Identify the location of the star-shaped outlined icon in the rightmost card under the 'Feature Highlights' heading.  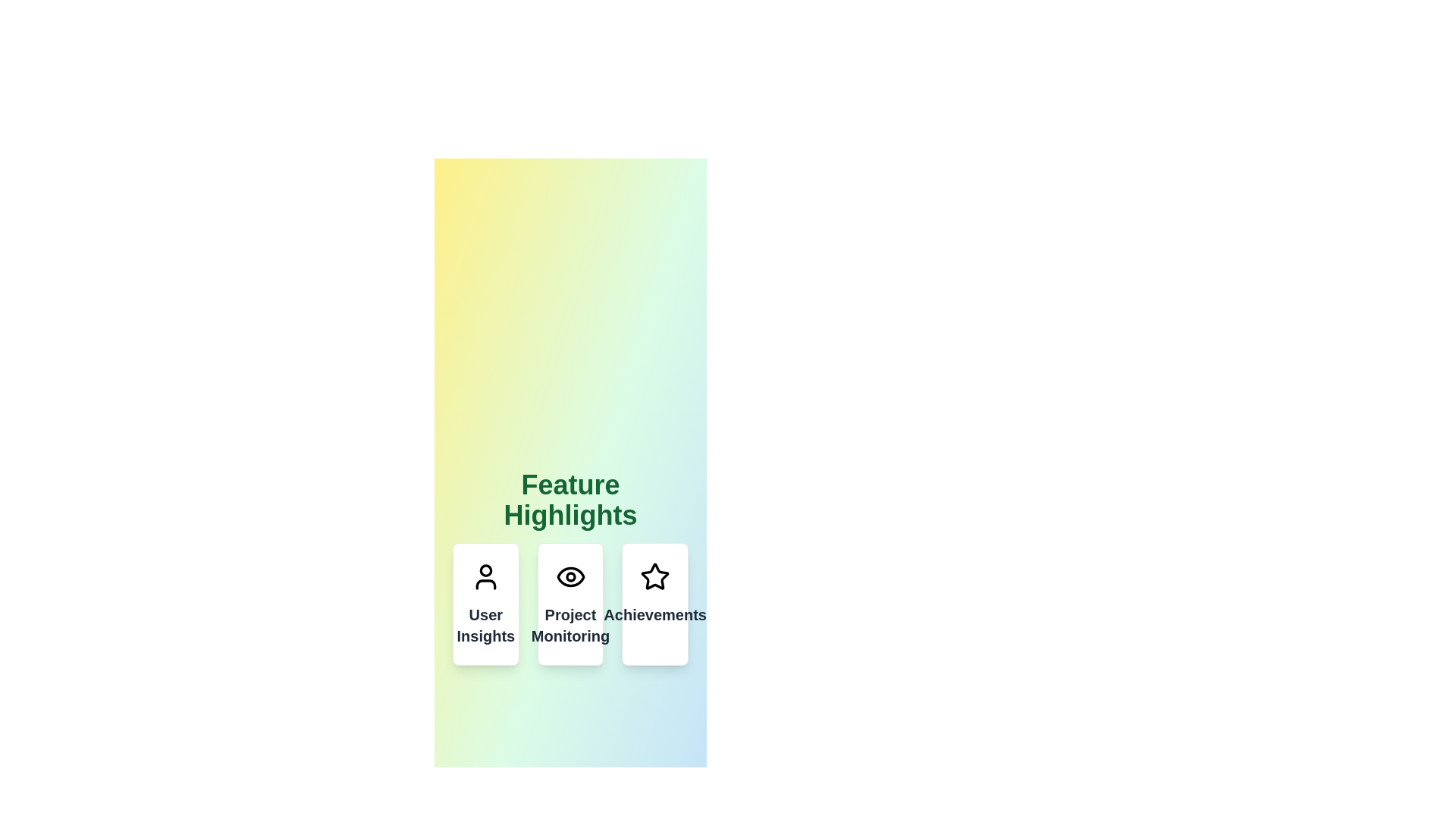
(655, 576).